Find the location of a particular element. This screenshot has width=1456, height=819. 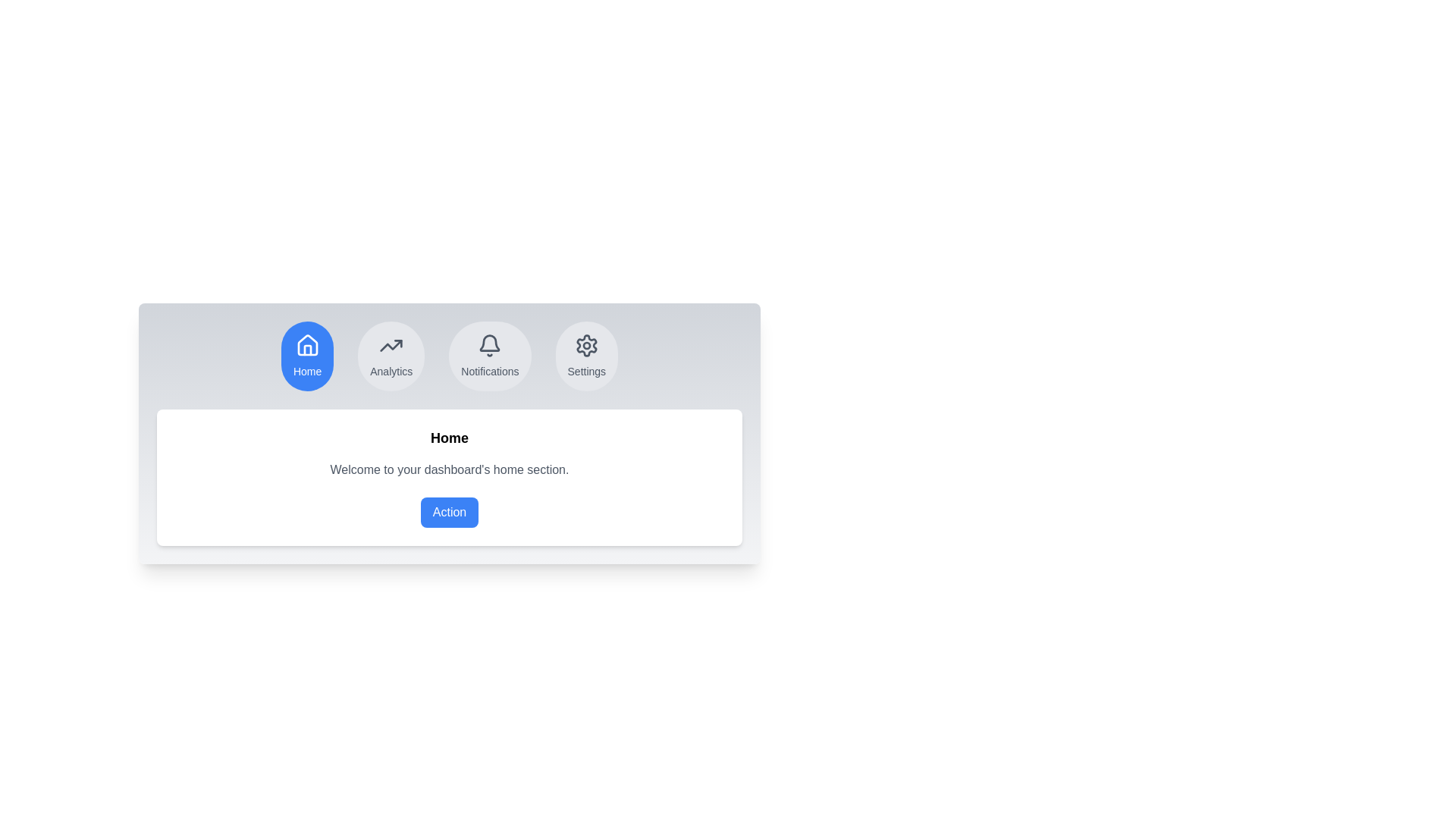

the Notifications tab by clicking its button is located at coordinates (490, 356).